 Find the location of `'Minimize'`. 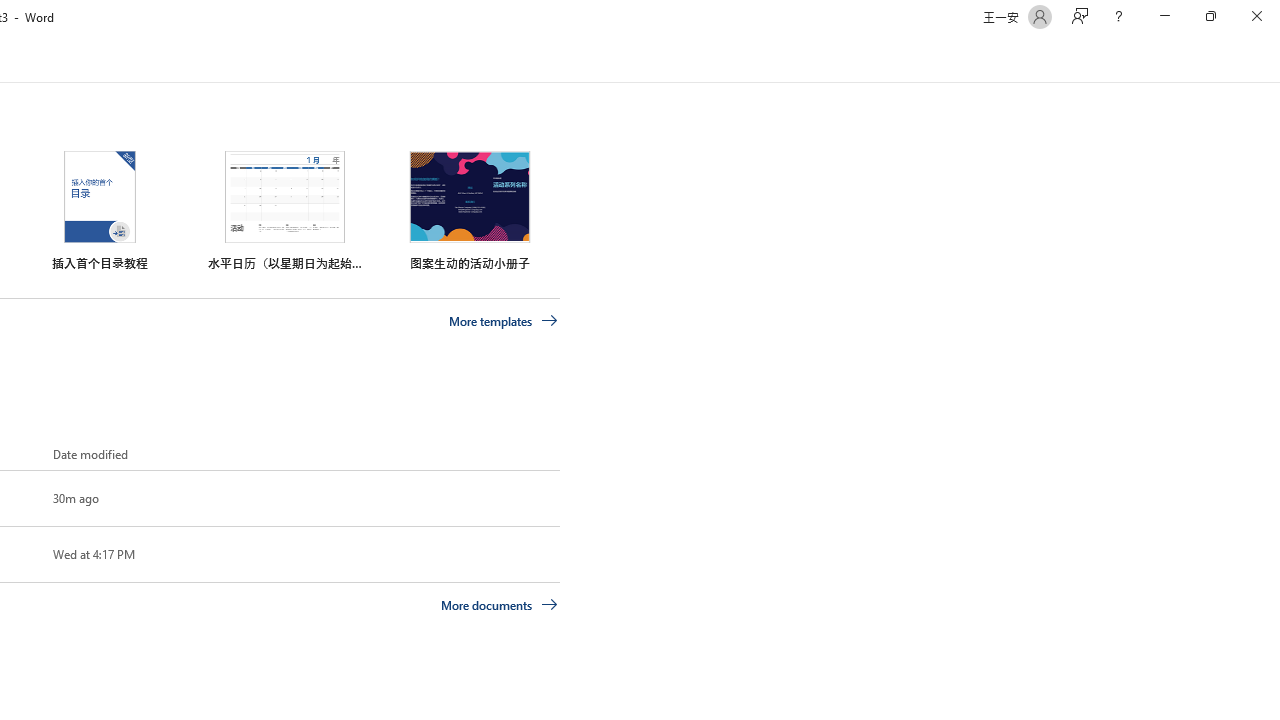

'Minimize' is located at coordinates (1164, 16).